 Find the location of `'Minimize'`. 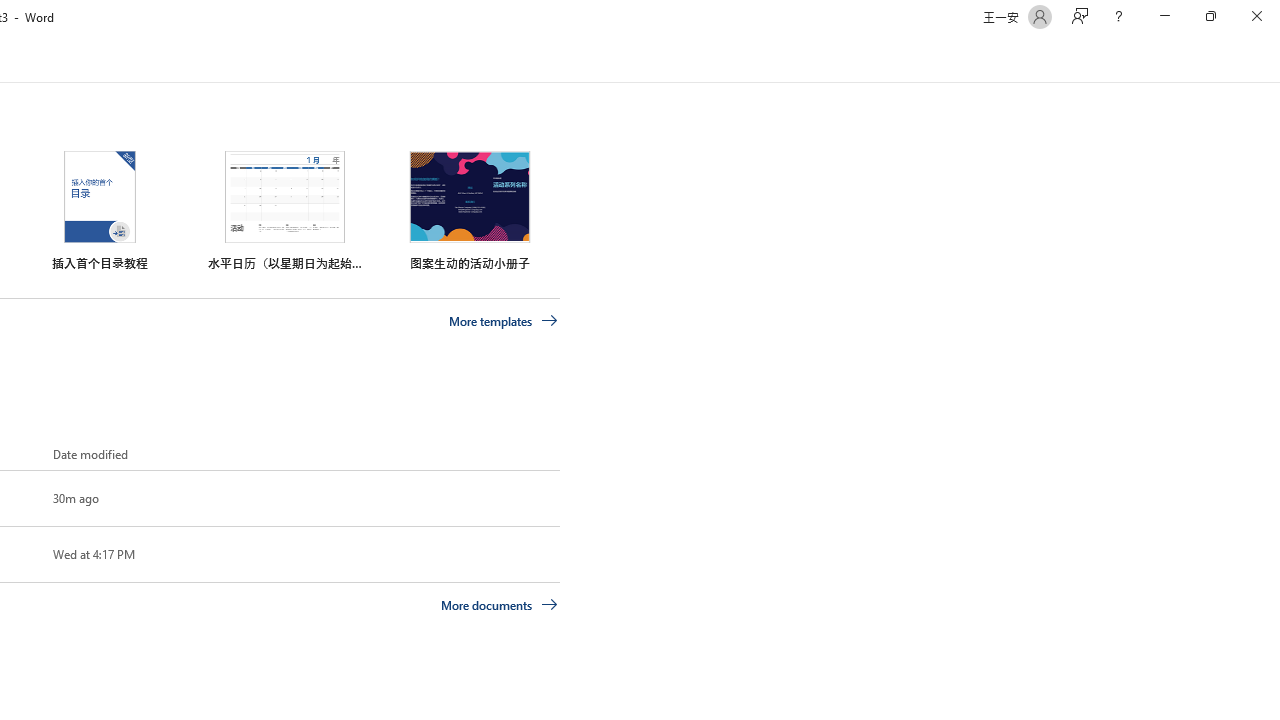

'Minimize' is located at coordinates (1164, 16).